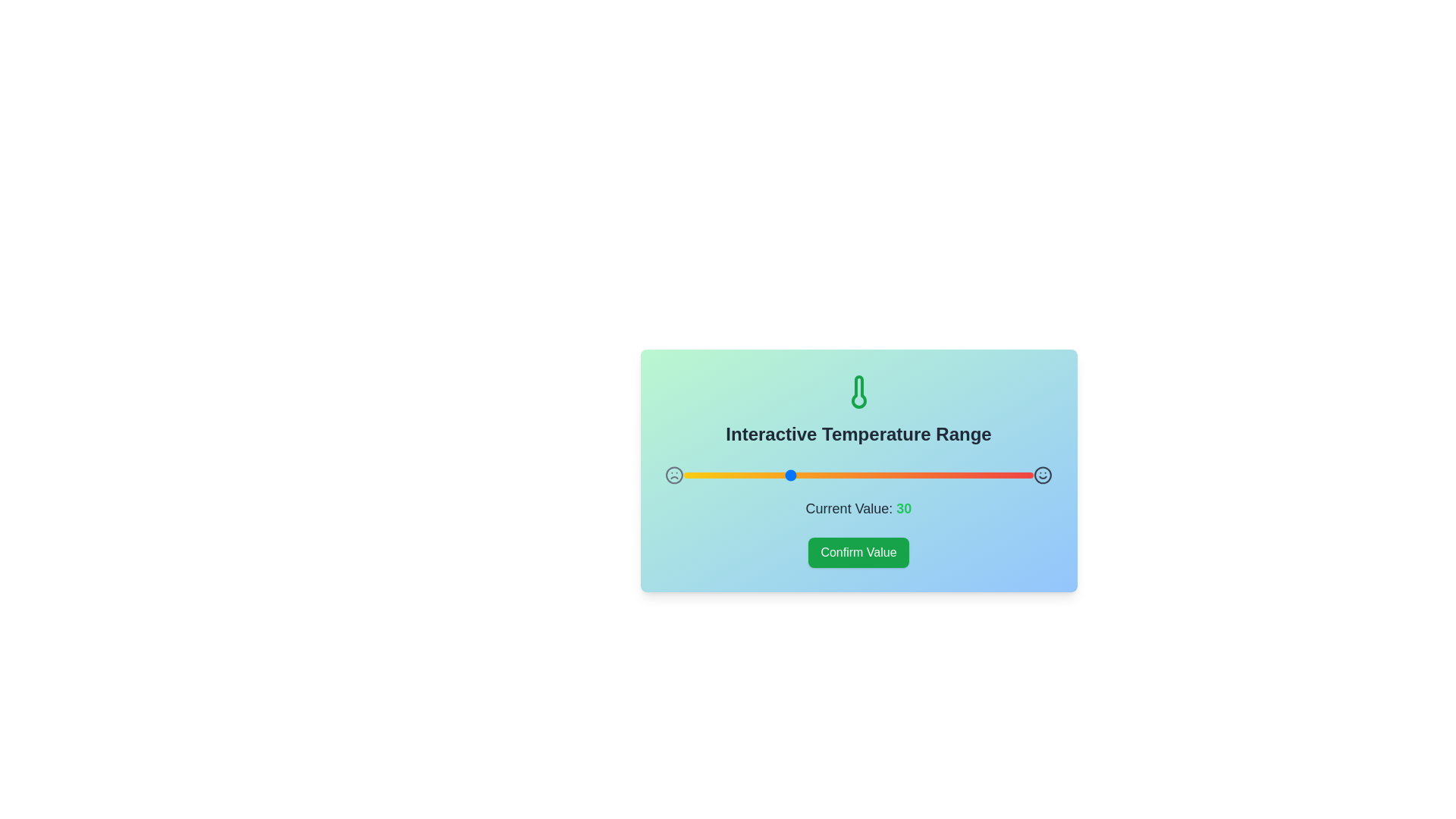 The height and width of the screenshot is (819, 1456). I want to click on the range slider to set the value to 77, so click(952, 475).